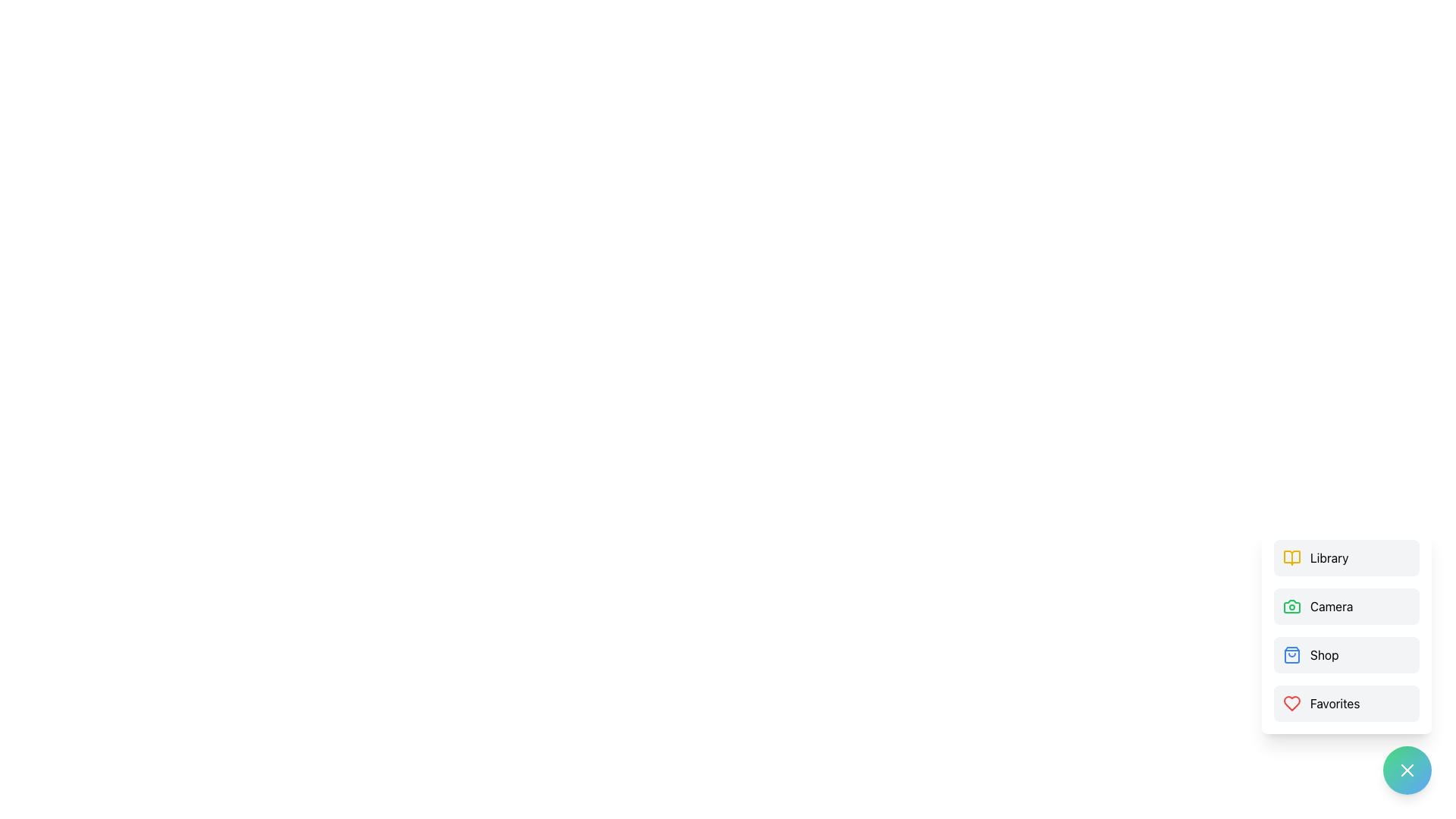 The height and width of the screenshot is (819, 1456). I want to click on the camera icon located in the second row, positioned between the Library icon above and the Shop icon below, so click(1291, 605).